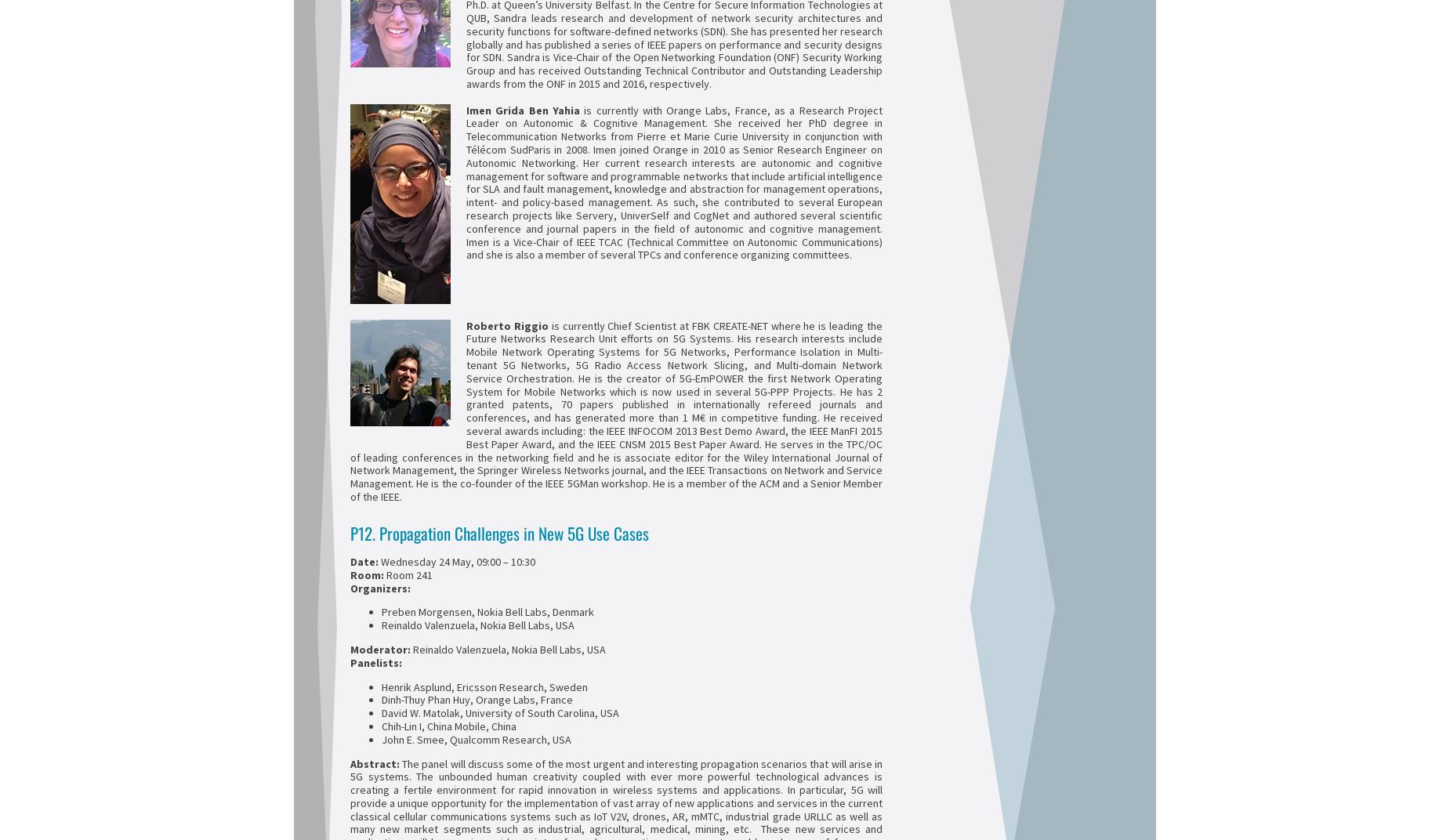 This screenshot has height=840, width=1450. What do you see at coordinates (349, 532) in the screenshot?
I see `'P12. Propagation Challenges in New 5G Use Cases'` at bounding box center [349, 532].